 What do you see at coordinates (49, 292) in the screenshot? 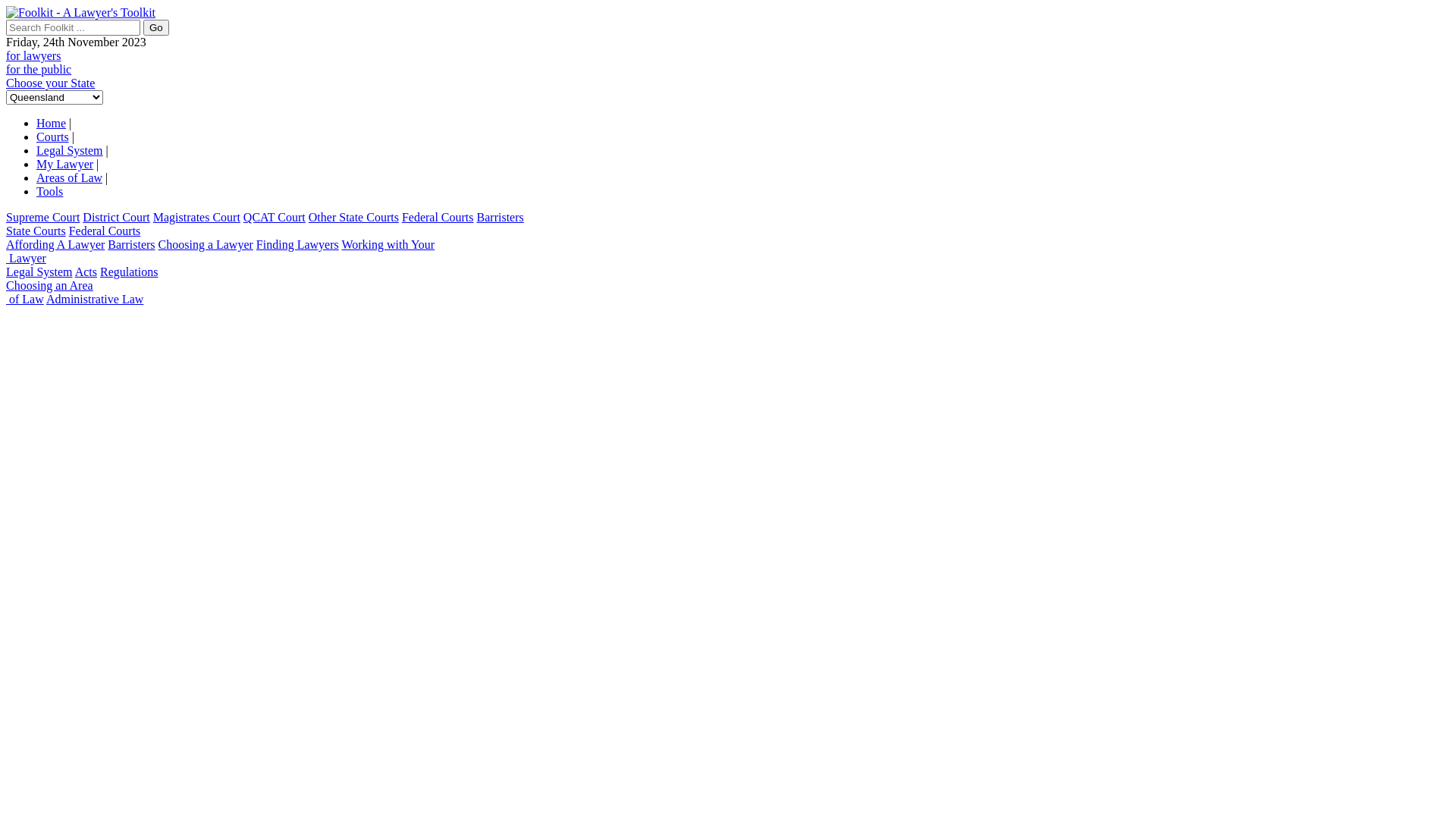
I see `'Choosing an Area` at bounding box center [49, 292].